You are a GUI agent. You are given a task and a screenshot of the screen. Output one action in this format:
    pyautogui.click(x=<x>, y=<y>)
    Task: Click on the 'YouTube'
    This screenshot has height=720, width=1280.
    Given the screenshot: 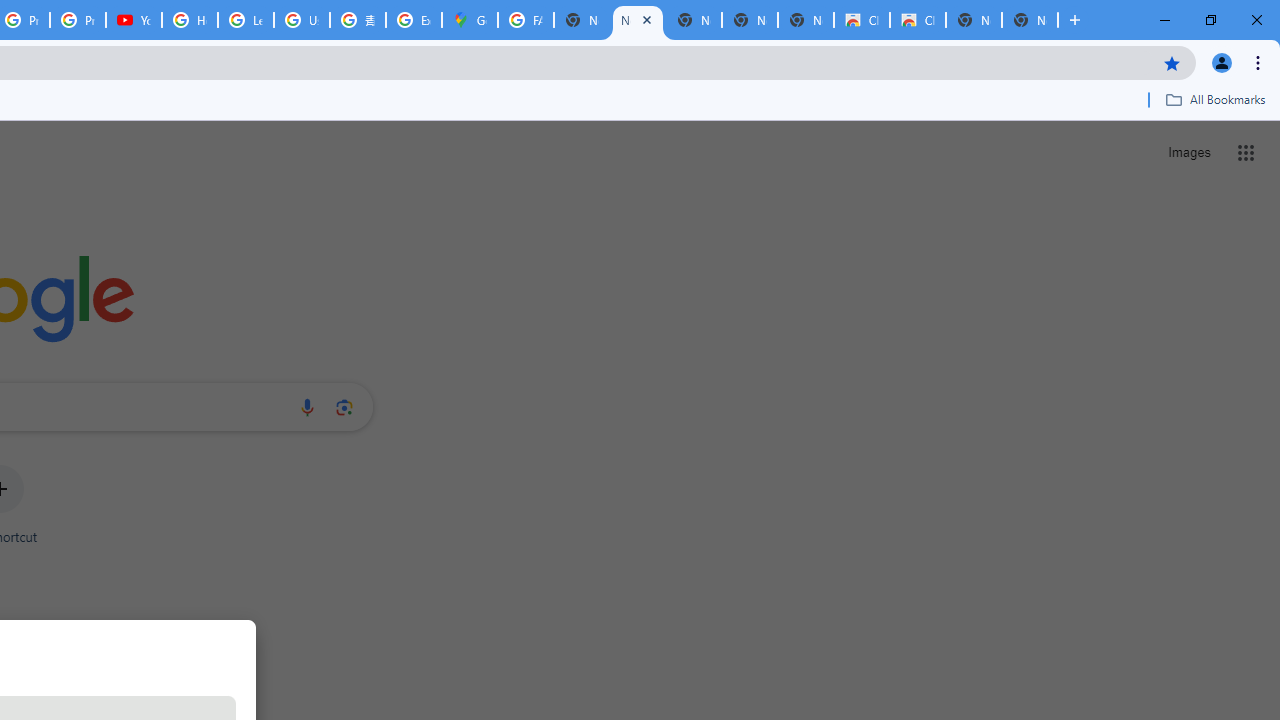 What is the action you would take?
    pyautogui.click(x=133, y=20)
    